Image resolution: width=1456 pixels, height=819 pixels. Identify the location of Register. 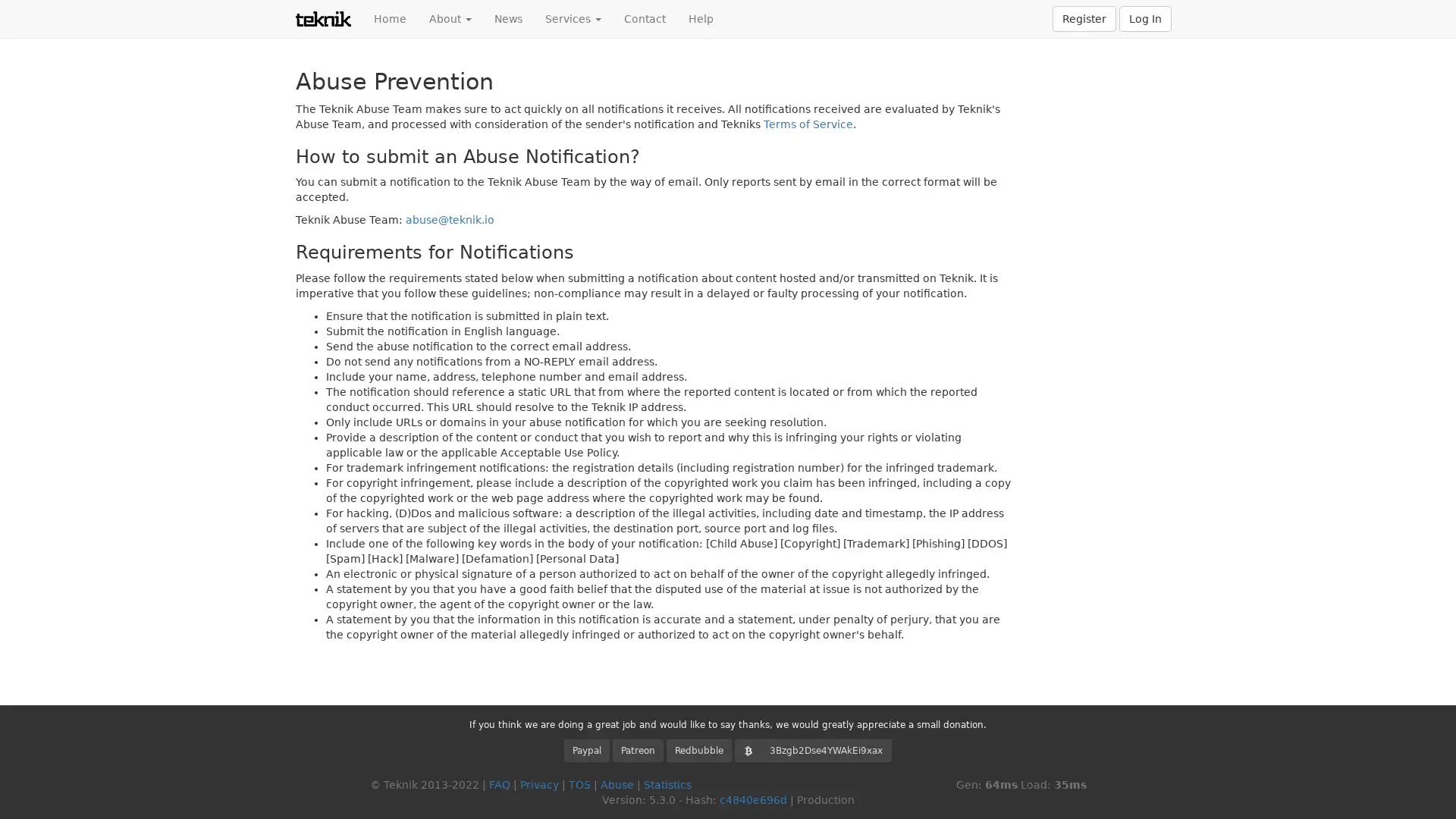
(1084, 18).